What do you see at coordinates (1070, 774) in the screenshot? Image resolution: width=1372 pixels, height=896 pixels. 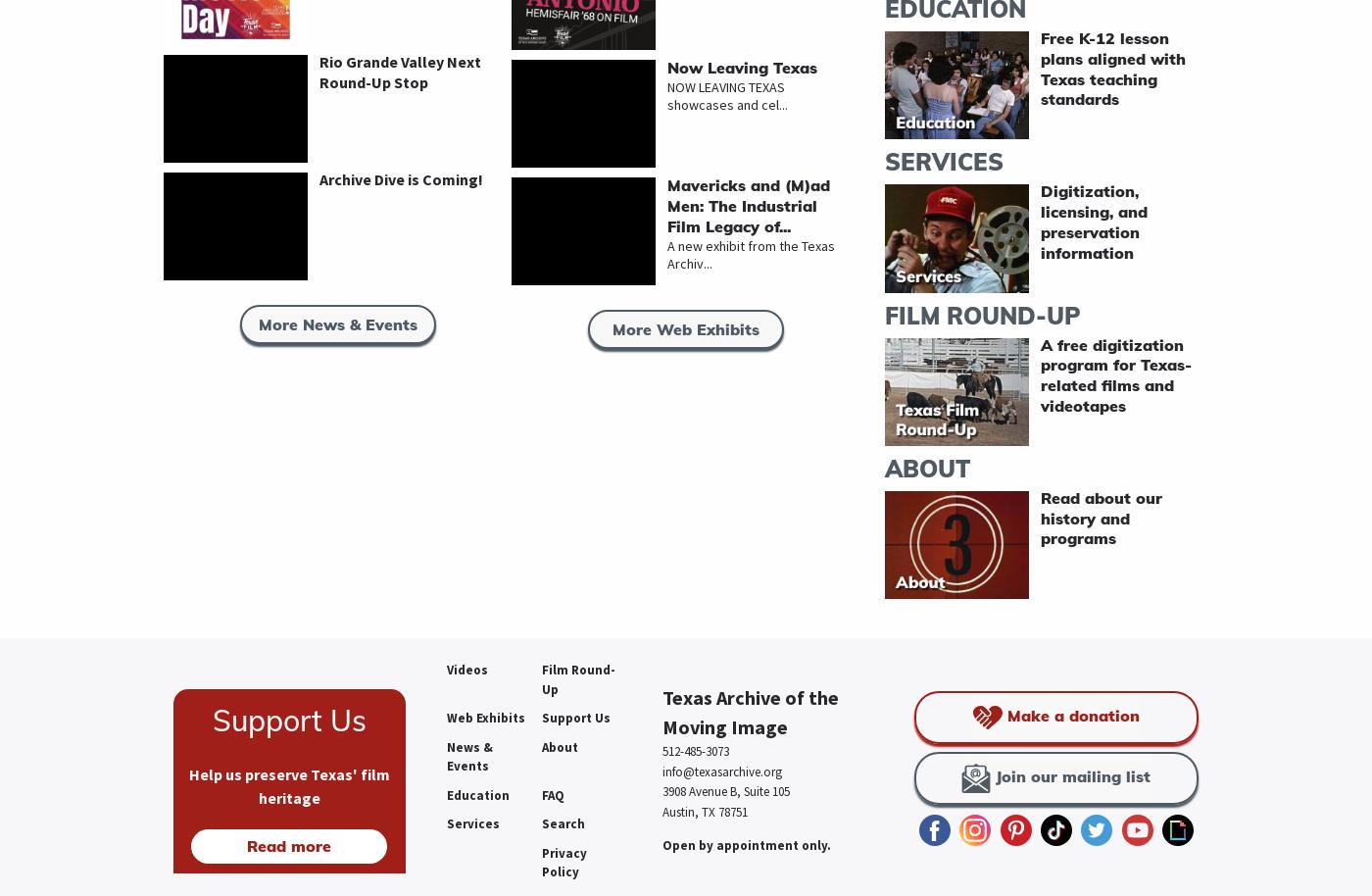 I see `'Join our mailing list'` at bounding box center [1070, 774].